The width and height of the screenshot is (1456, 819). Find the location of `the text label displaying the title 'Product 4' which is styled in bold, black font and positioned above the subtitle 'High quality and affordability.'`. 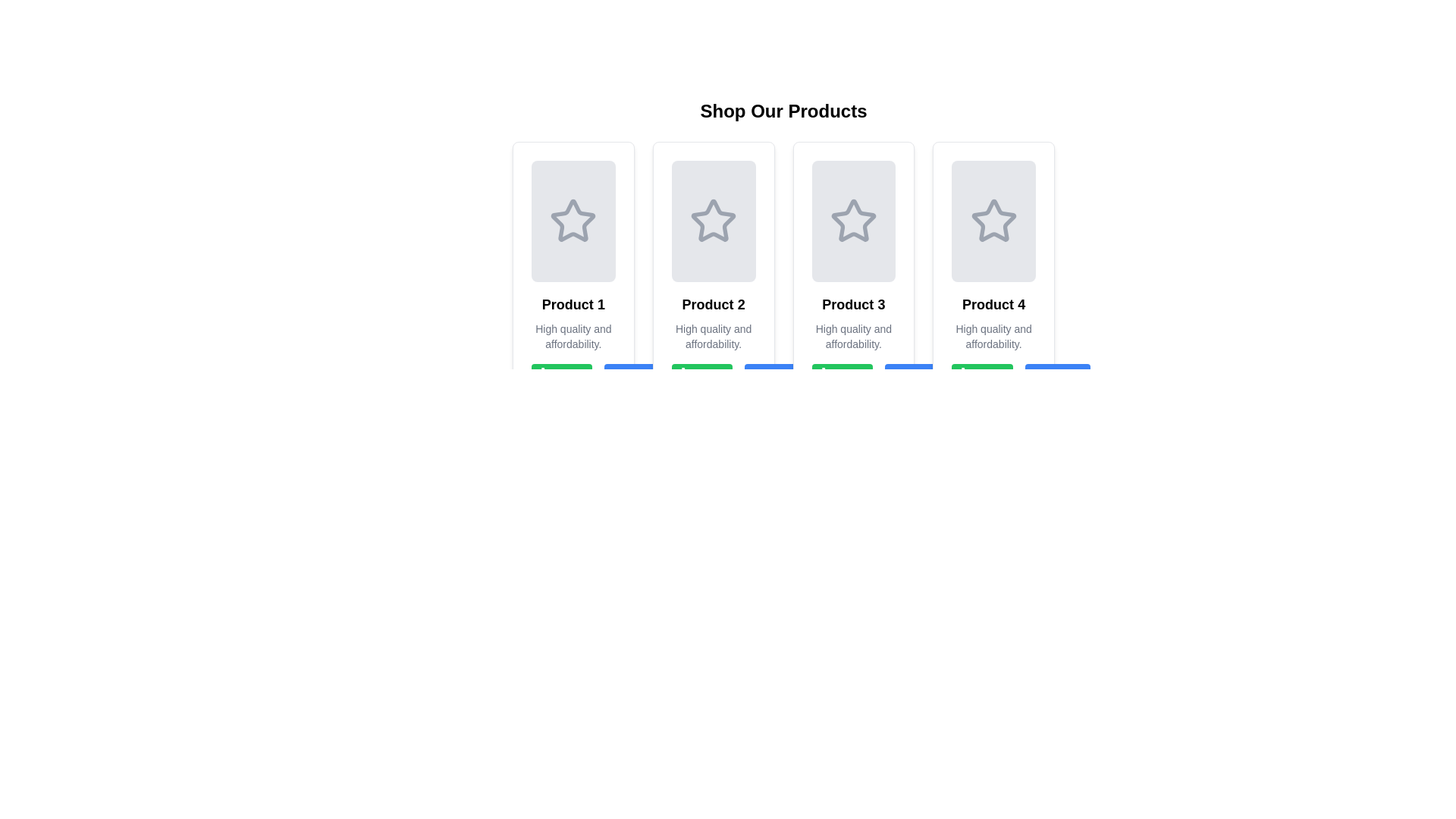

the text label displaying the title 'Product 4' which is styled in bold, black font and positioned above the subtitle 'High quality and affordability.' is located at coordinates (993, 304).